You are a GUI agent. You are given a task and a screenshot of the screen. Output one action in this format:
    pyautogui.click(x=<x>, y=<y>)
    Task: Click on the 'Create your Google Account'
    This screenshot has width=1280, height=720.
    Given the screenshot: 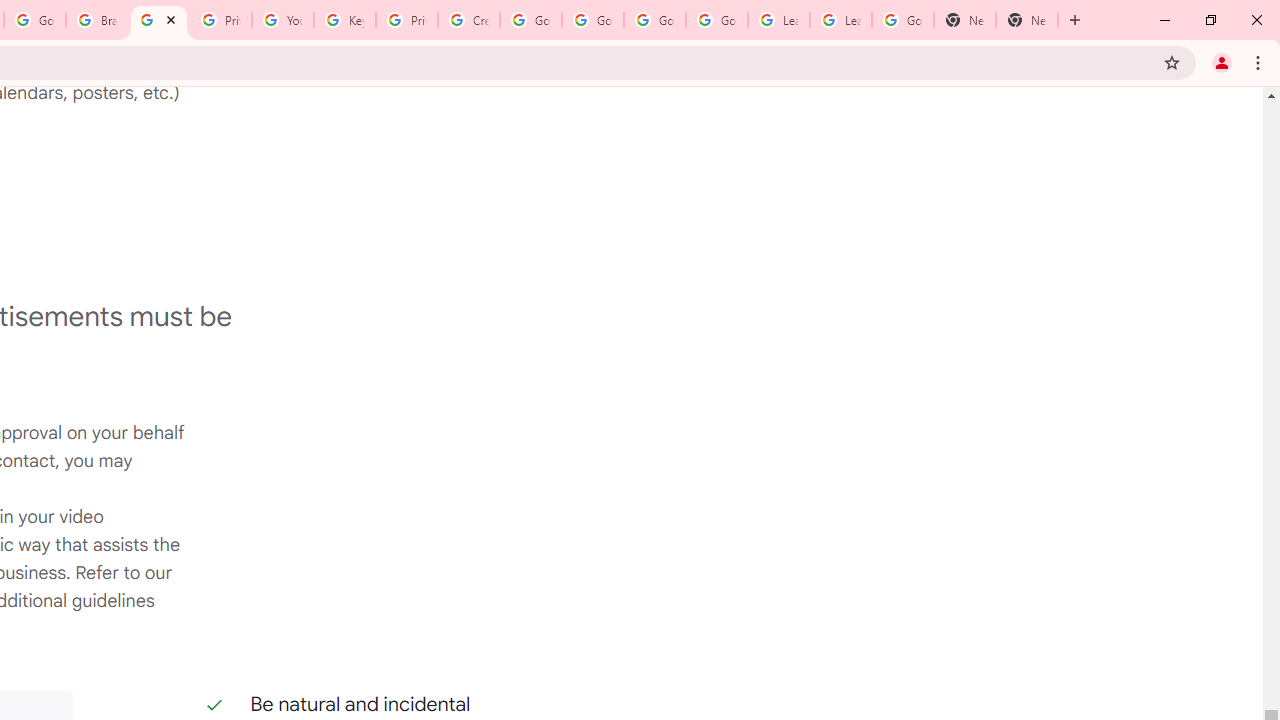 What is the action you would take?
    pyautogui.click(x=468, y=20)
    